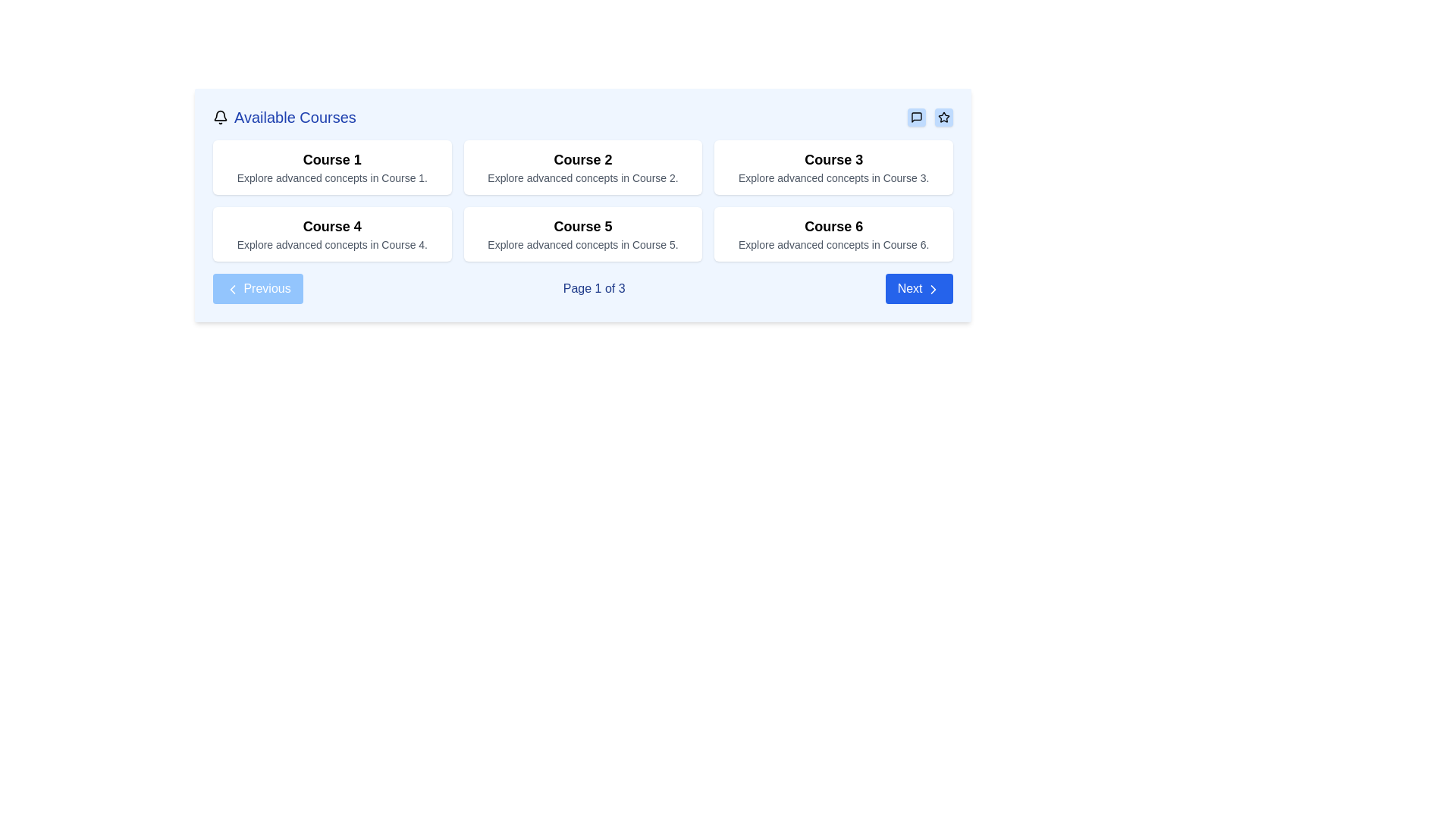 The height and width of the screenshot is (819, 1456). I want to click on the text label that serves as the title for the course card, located in the second row, first column of the grid layout, above the descriptive subtitle 'Explore advanced concepts in Course 4.', so click(331, 227).